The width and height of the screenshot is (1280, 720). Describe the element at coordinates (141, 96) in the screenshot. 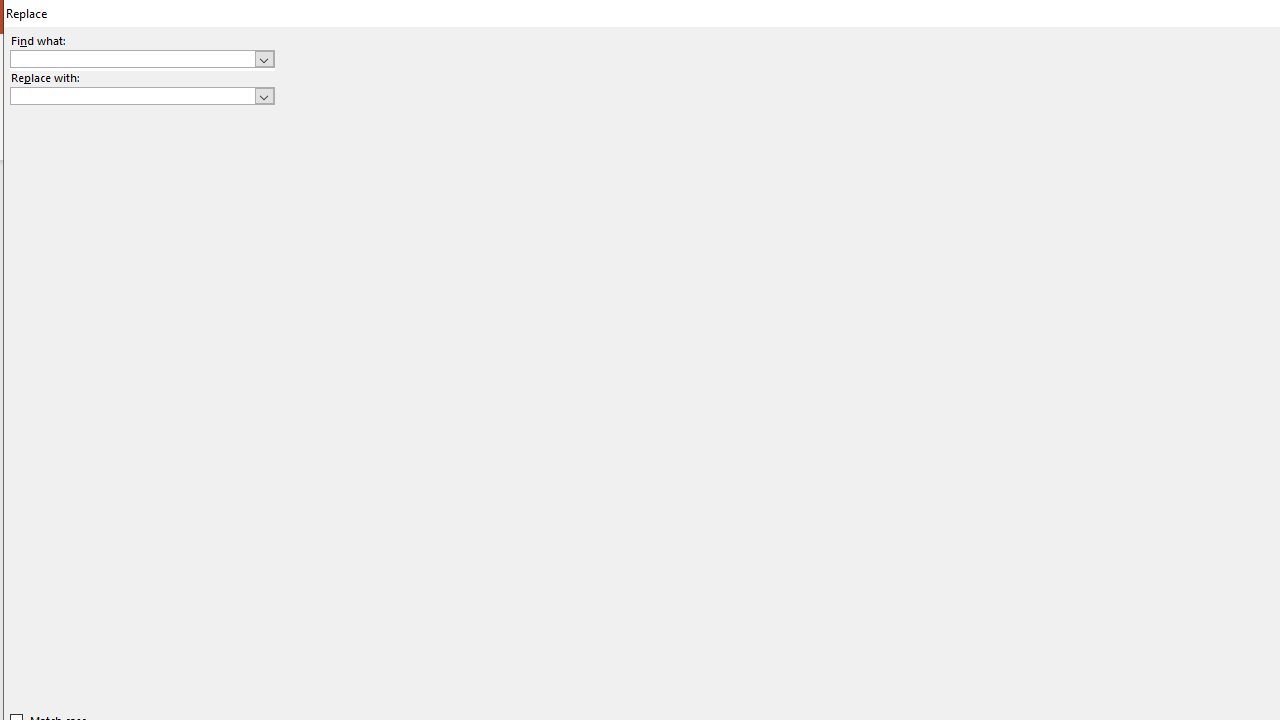

I see `'Replace with'` at that location.